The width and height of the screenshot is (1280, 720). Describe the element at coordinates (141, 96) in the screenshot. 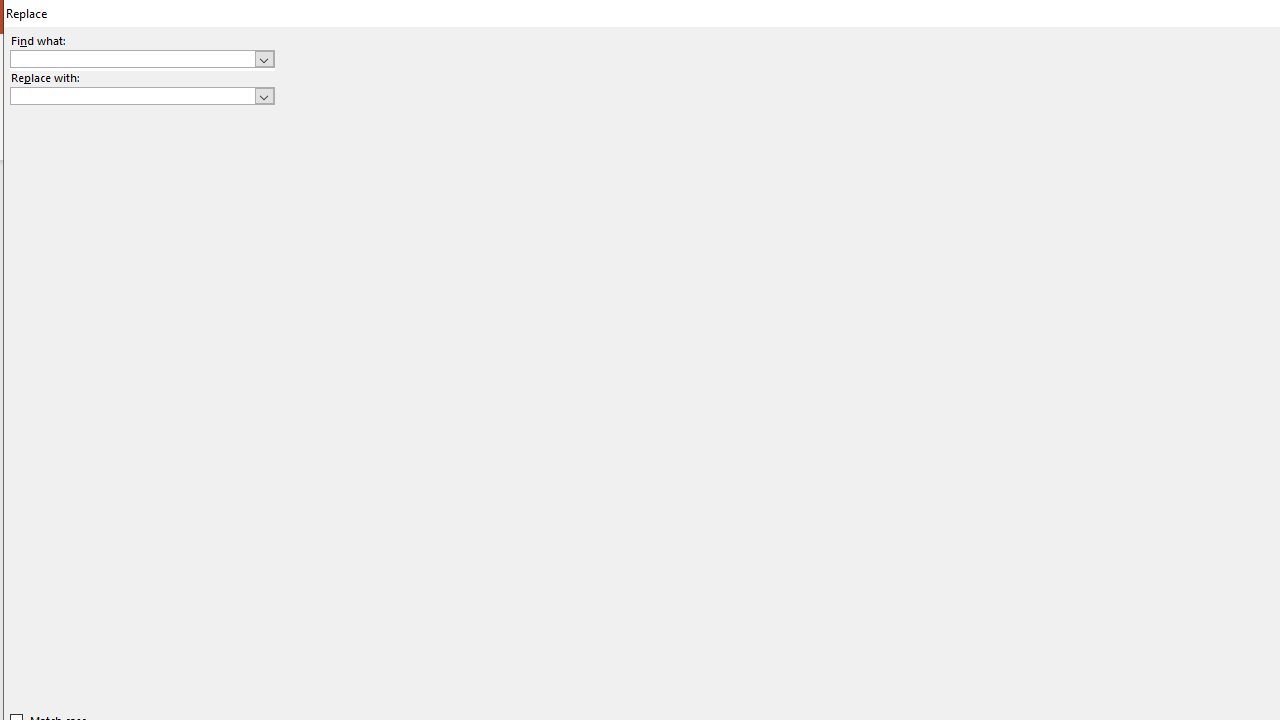

I see `'Replace with'` at that location.